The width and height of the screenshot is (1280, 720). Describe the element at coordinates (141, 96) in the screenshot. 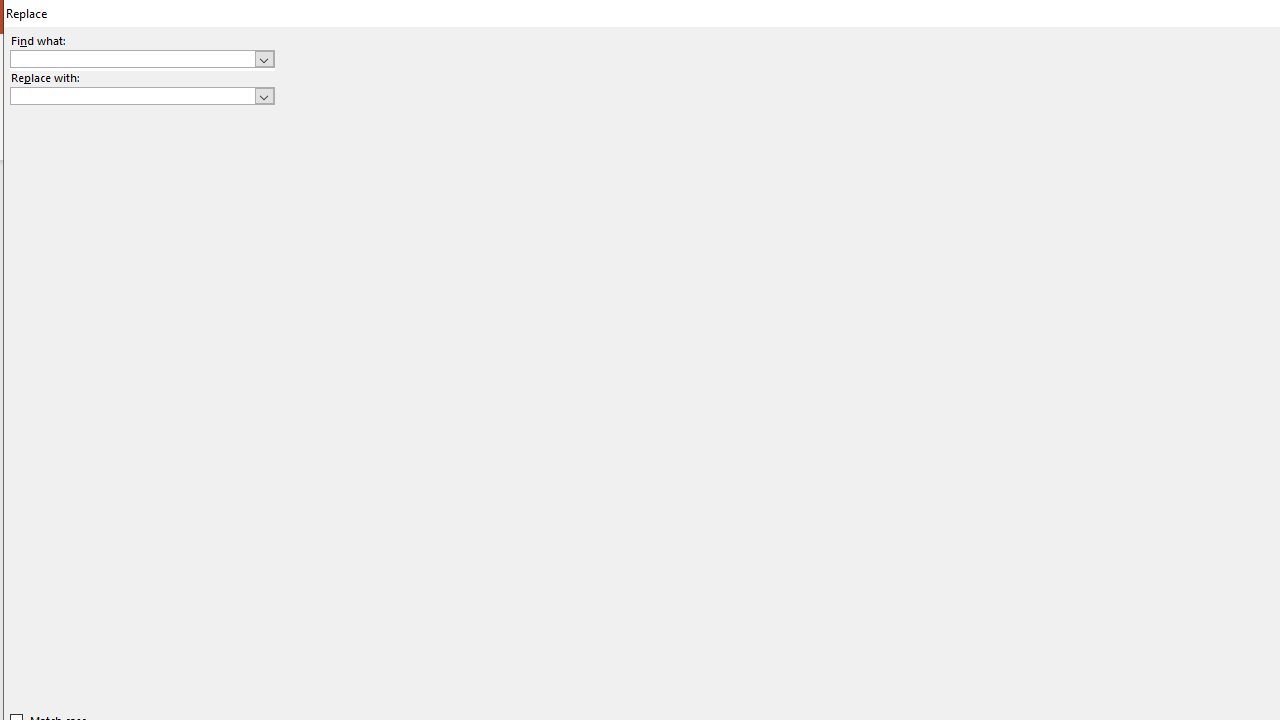

I see `'Replace with'` at that location.